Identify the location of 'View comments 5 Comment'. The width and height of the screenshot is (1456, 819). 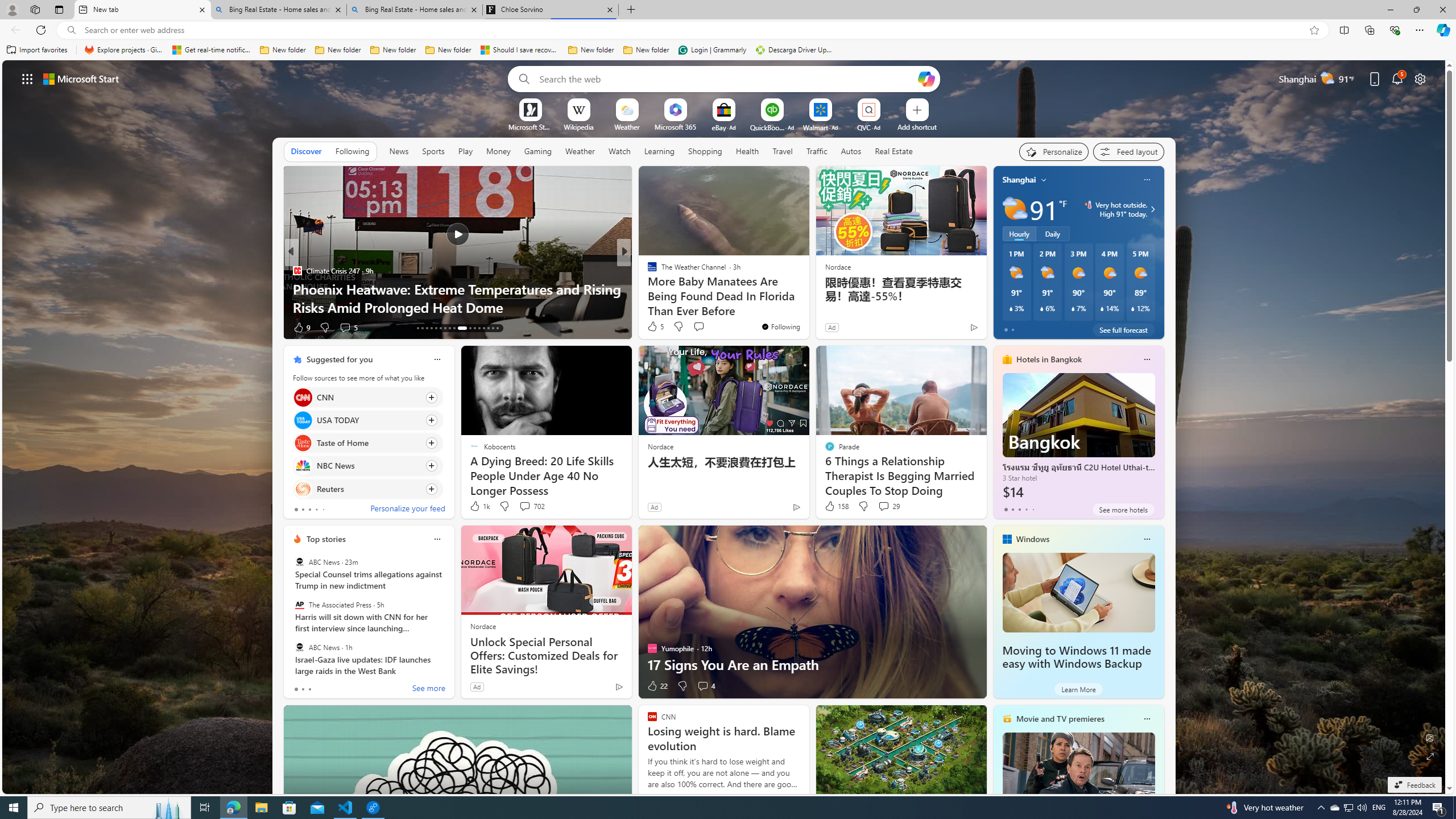
(702, 326).